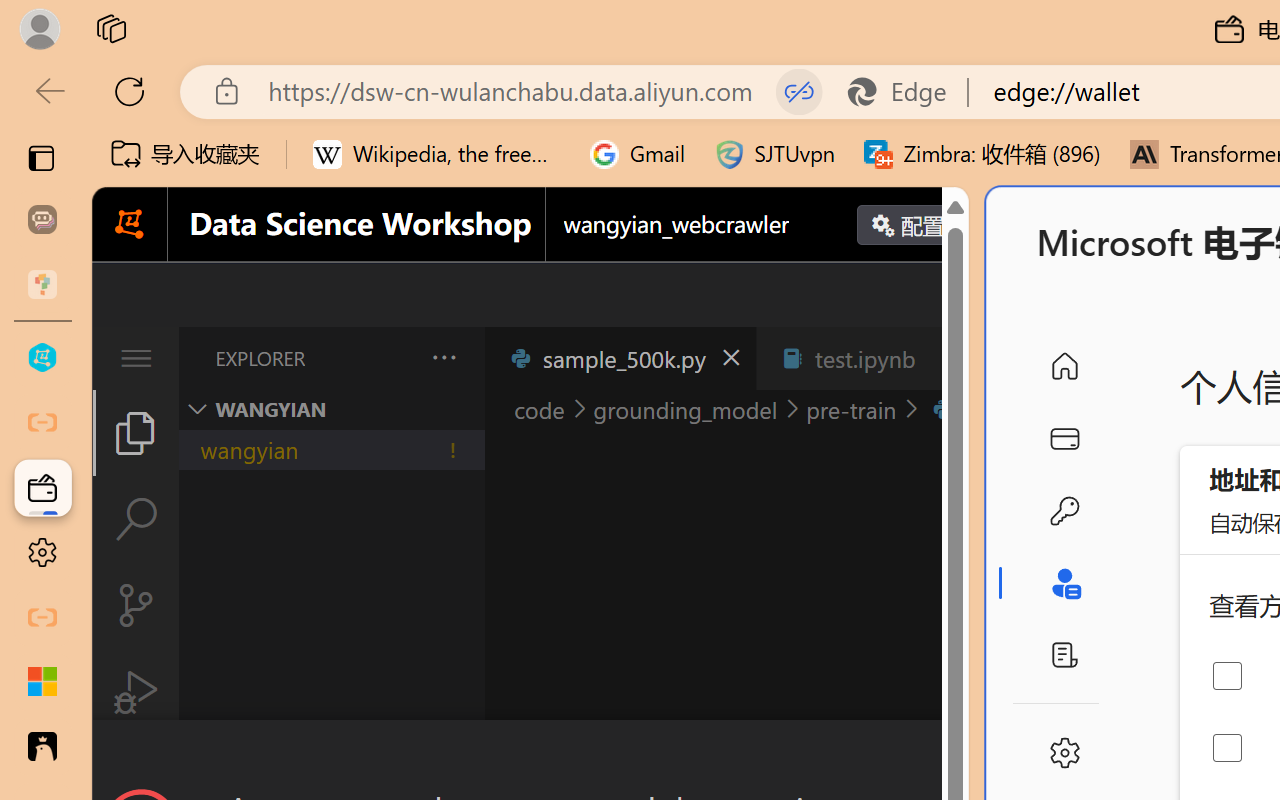 The height and width of the screenshot is (800, 1280). Describe the element at coordinates (441, 357) in the screenshot. I see `'Views and More Actions...'` at that location.